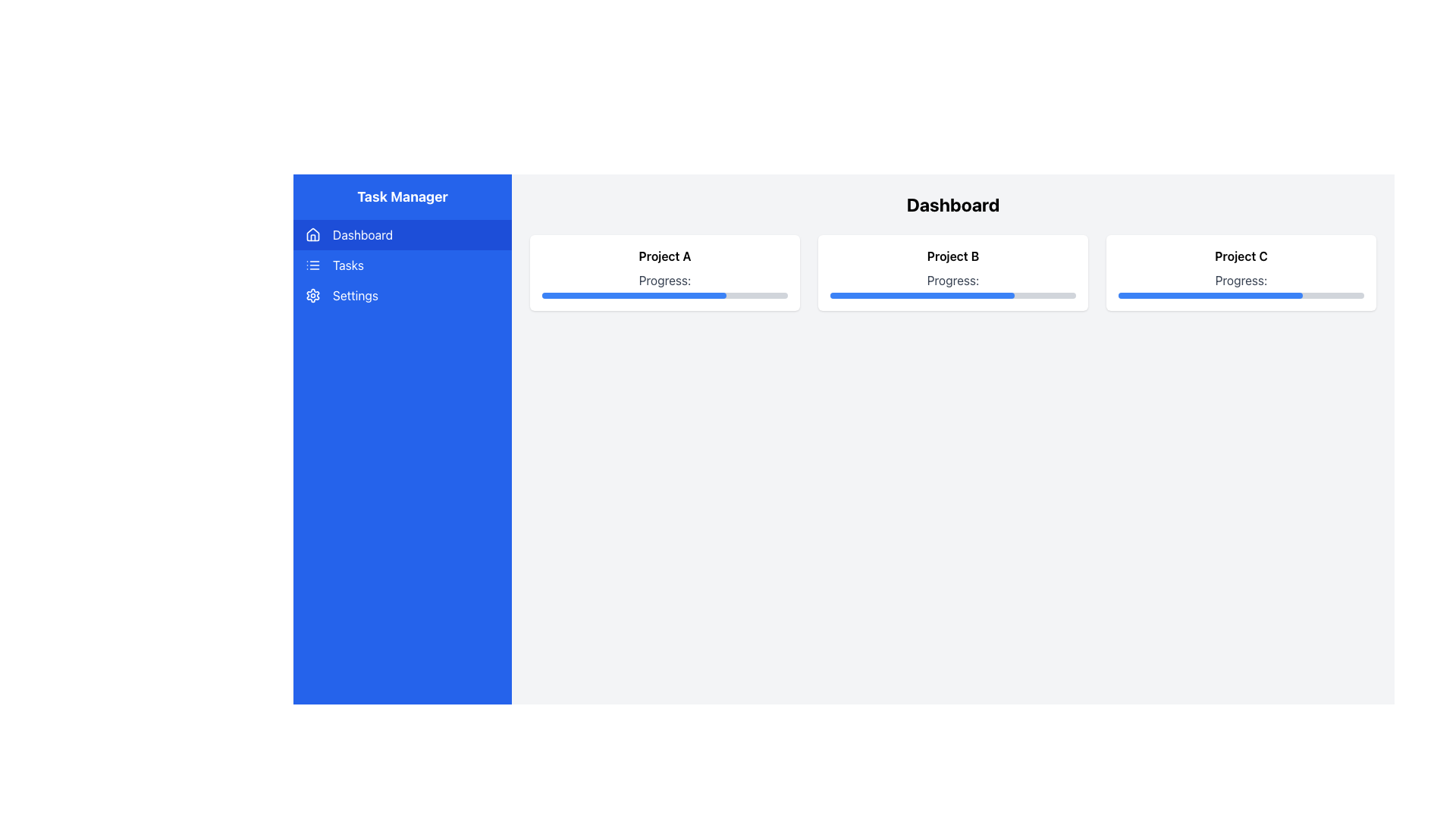 The image size is (1456, 819). Describe the element at coordinates (1210, 295) in the screenshot. I see `the progress bar that visually depicts the progress of 'Project C' located in the lower section of the rightmost card in the dashboard area` at that location.